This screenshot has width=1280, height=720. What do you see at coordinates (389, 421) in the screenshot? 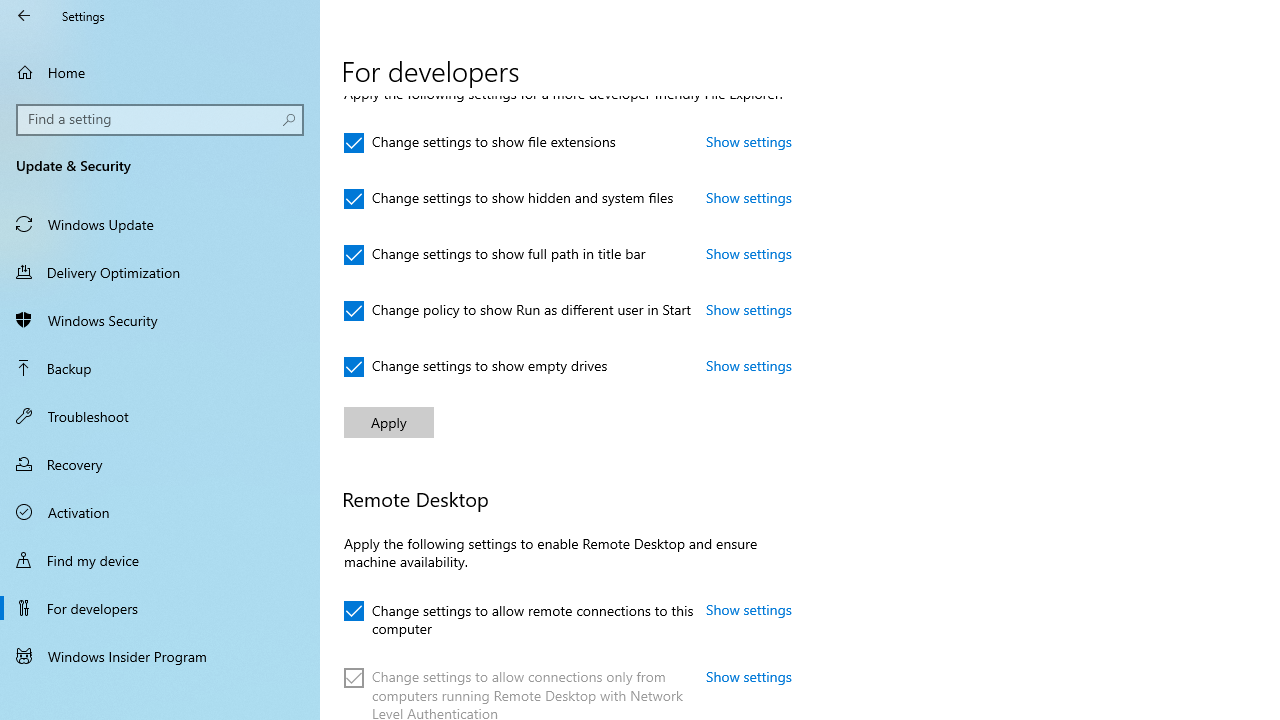
I see `'Apply'` at bounding box center [389, 421].